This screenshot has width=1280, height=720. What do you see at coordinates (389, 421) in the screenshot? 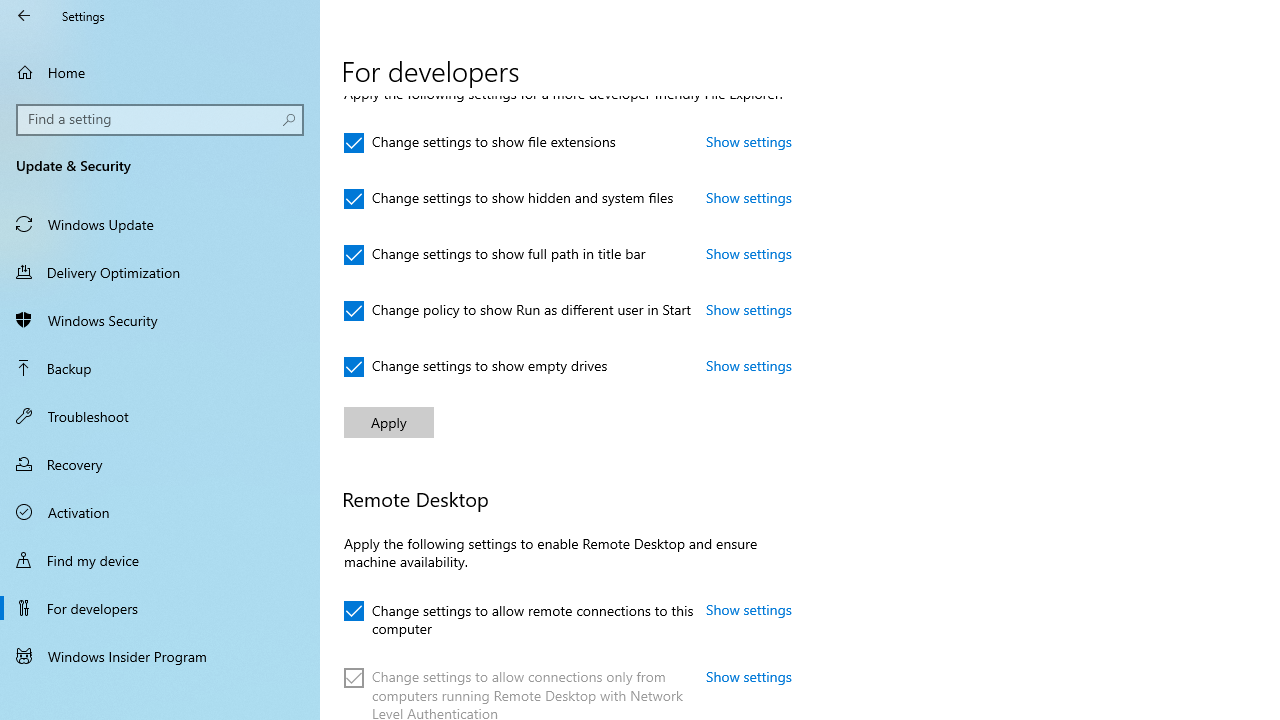
I see `'Apply'` at bounding box center [389, 421].